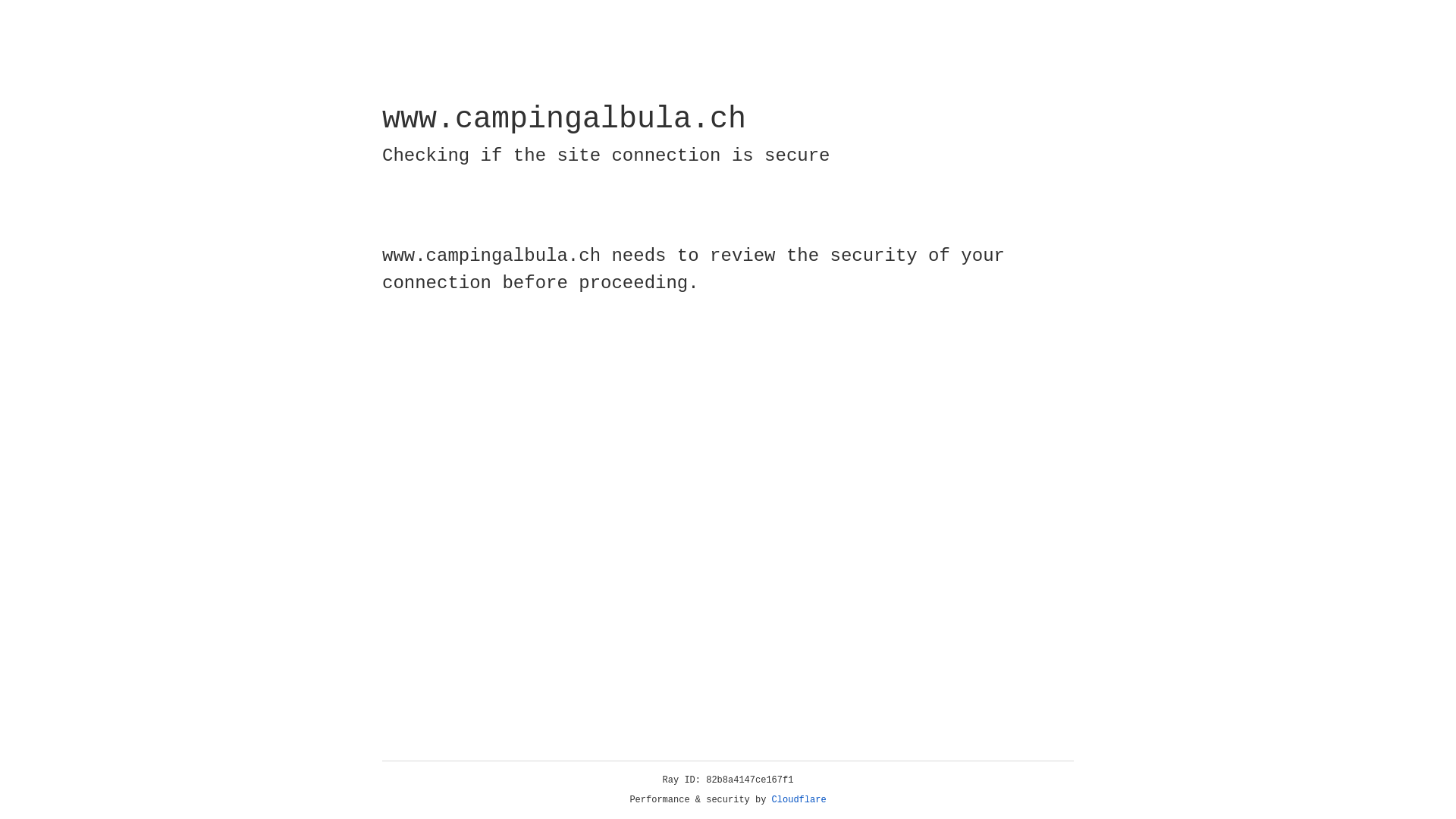 Image resolution: width=1456 pixels, height=819 pixels. I want to click on 'Cloudflare', so click(771, 799).